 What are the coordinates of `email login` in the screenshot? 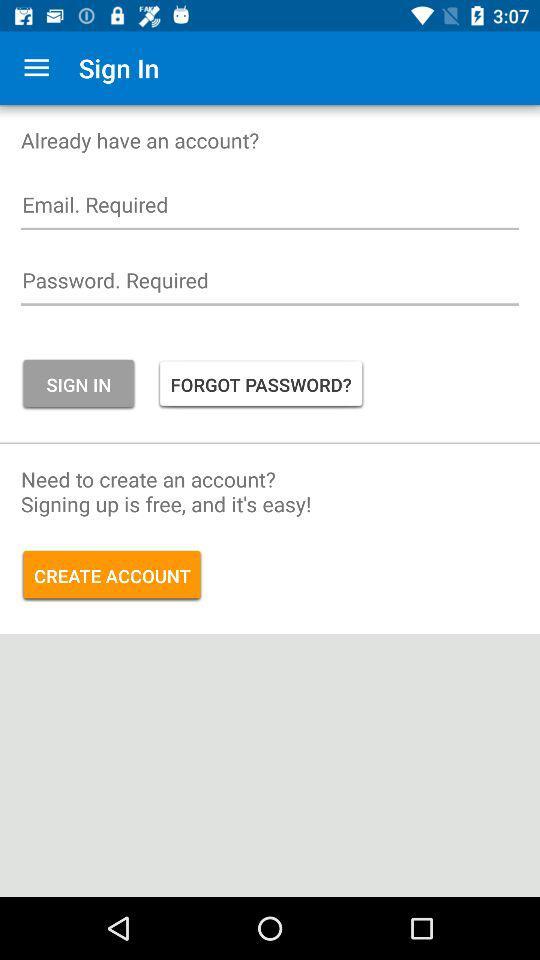 It's located at (270, 210).